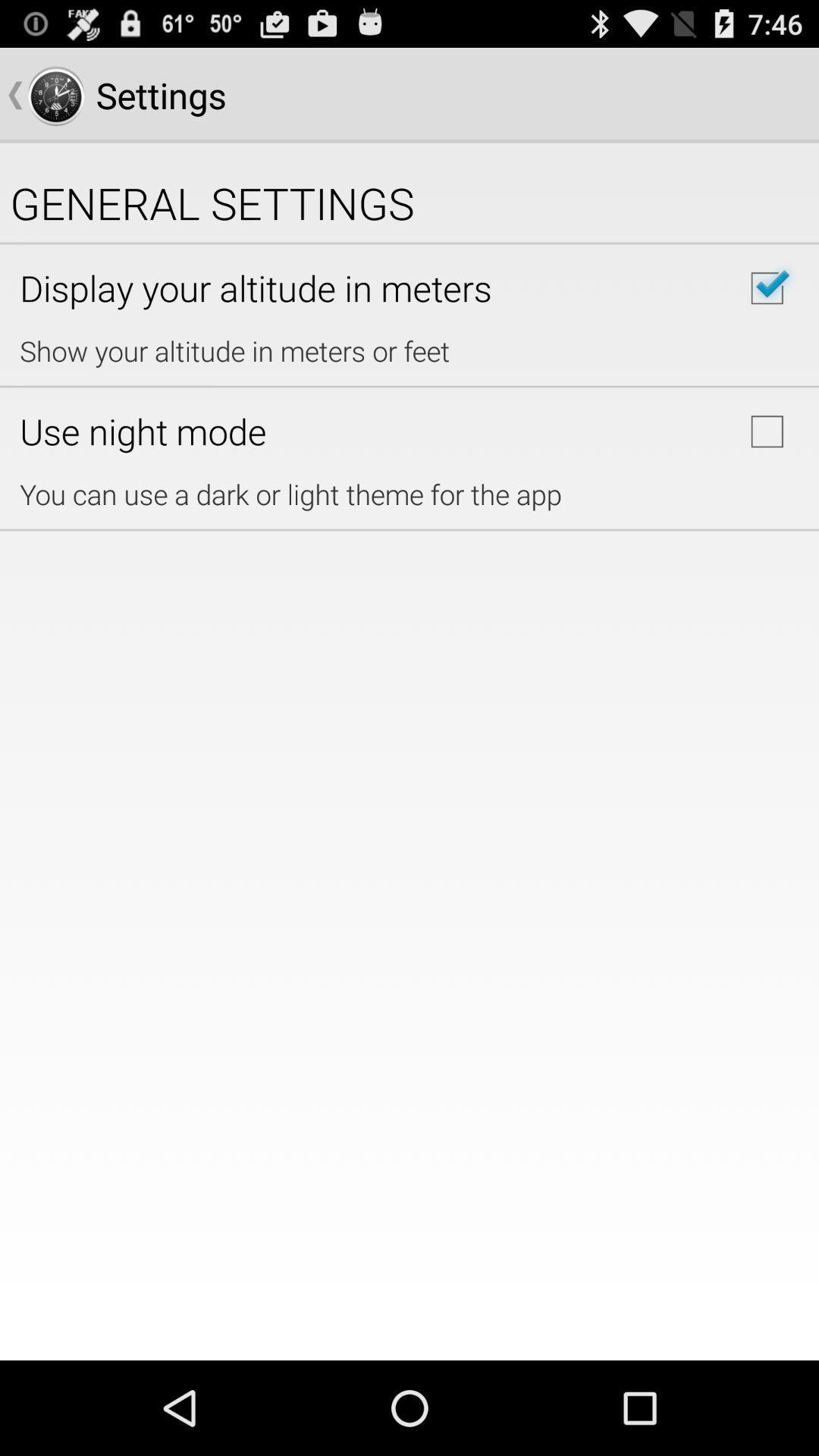 The width and height of the screenshot is (819, 1456). Describe the element at coordinates (767, 288) in the screenshot. I see `check out` at that location.